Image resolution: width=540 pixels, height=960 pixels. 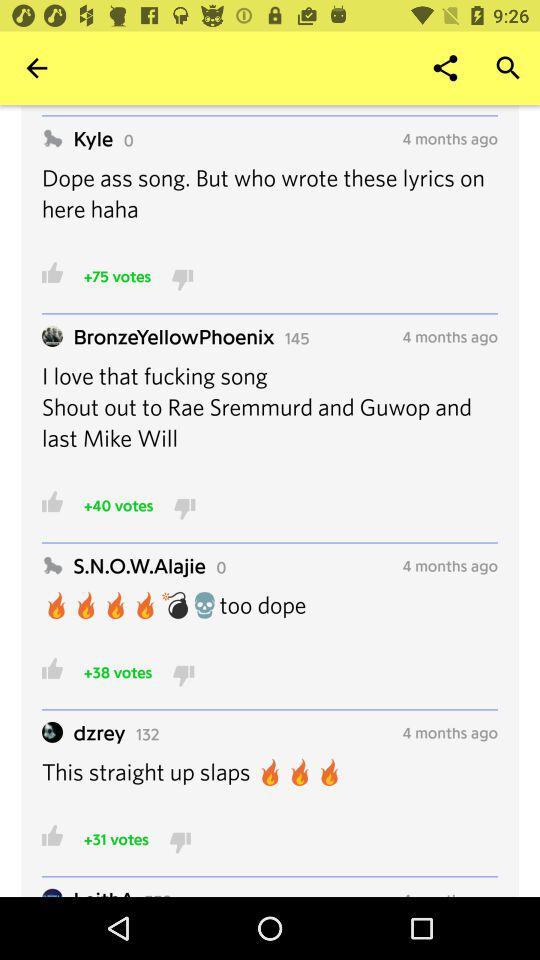 What do you see at coordinates (270, 784) in the screenshot?
I see `the item below dzrey` at bounding box center [270, 784].